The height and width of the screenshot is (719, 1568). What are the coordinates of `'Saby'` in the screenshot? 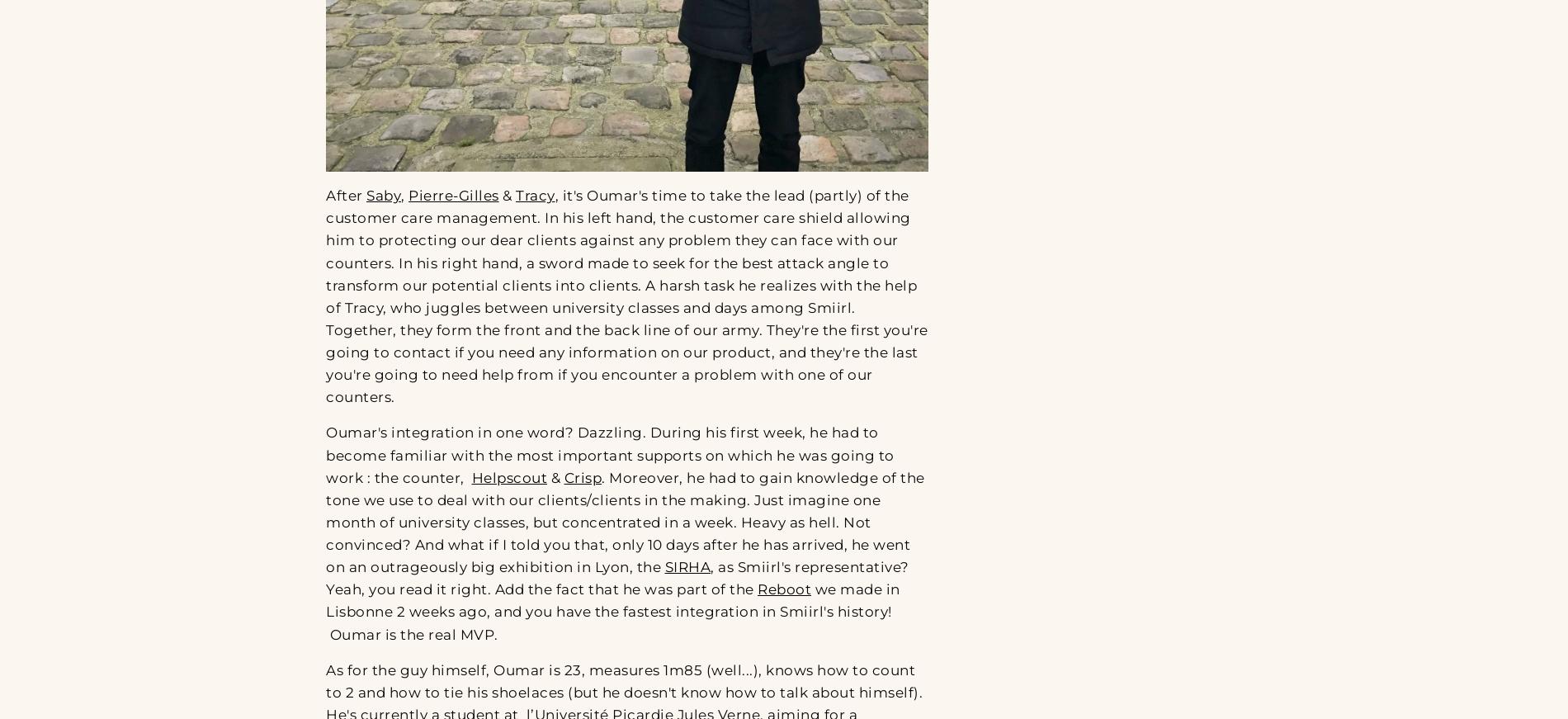 It's located at (366, 195).